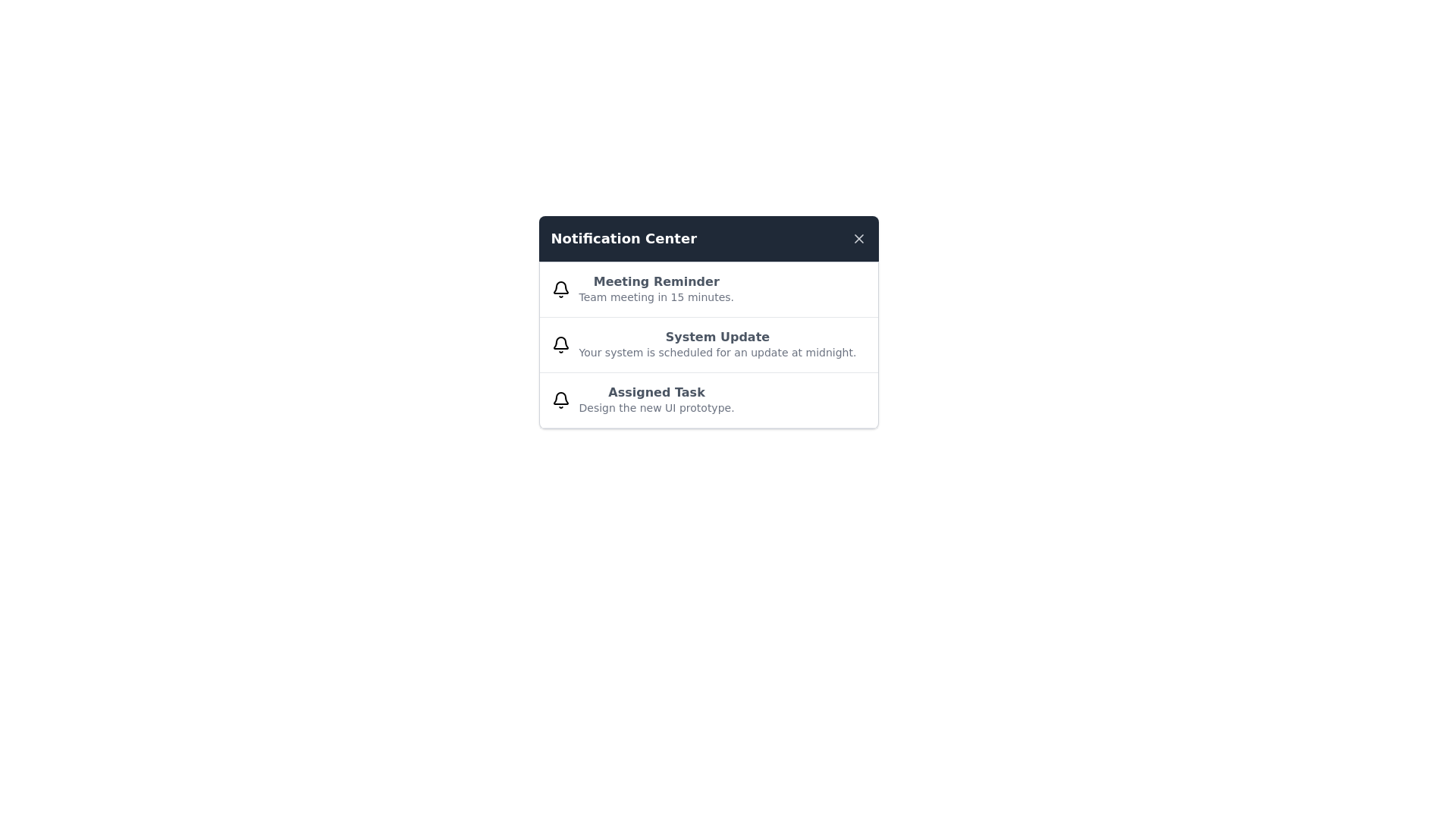 The height and width of the screenshot is (819, 1456). What do you see at coordinates (560, 397) in the screenshot?
I see `the upper part of the bell icon, which is a vector graphic component contributing to its outline and shape` at bounding box center [560, 397].